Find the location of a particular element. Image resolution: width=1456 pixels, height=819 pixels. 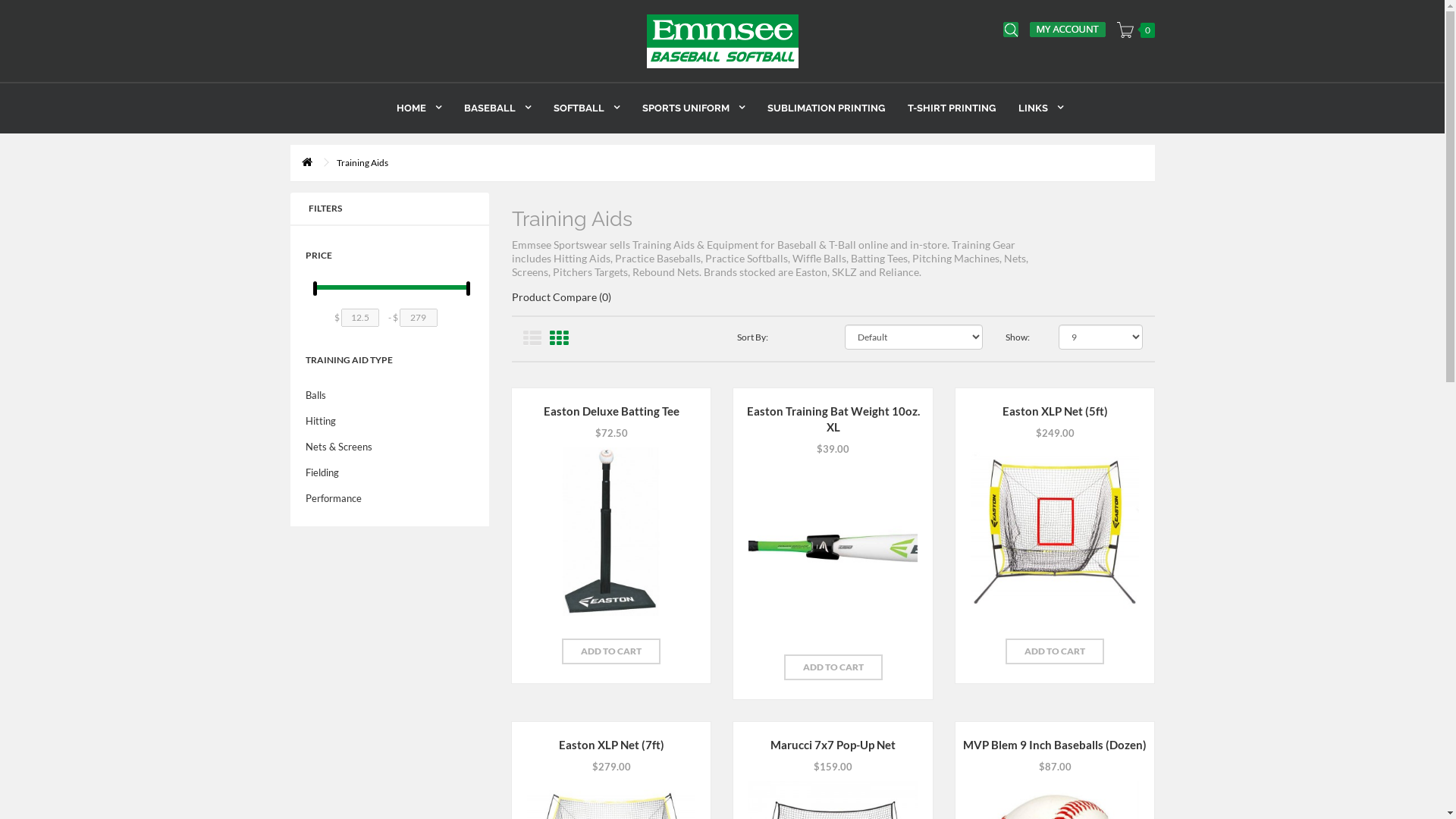

'T-SHIRT PRINTING' is located at coordinates (888, 107).